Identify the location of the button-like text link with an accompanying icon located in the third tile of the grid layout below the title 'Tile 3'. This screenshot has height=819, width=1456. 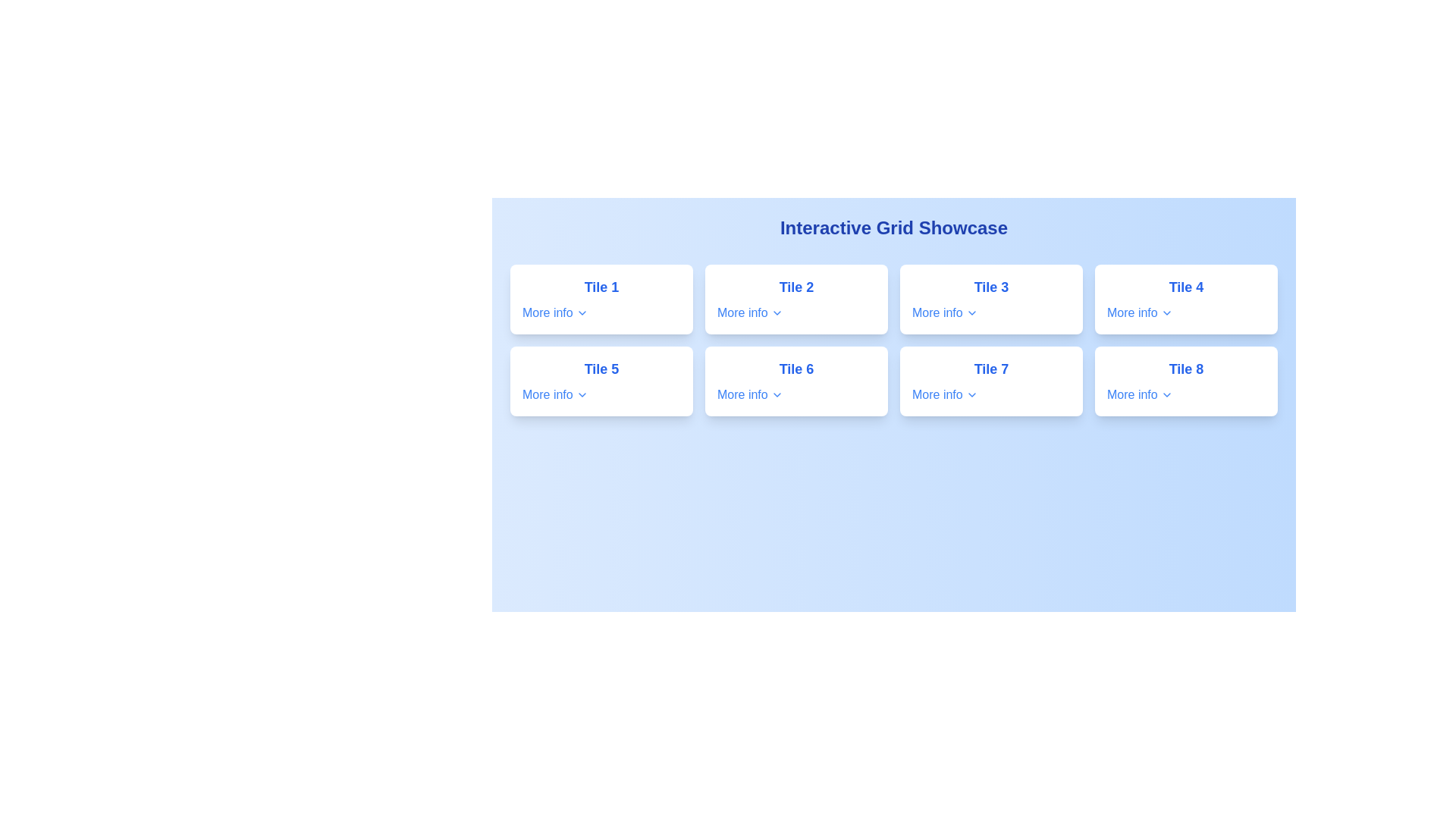
(944, 312).